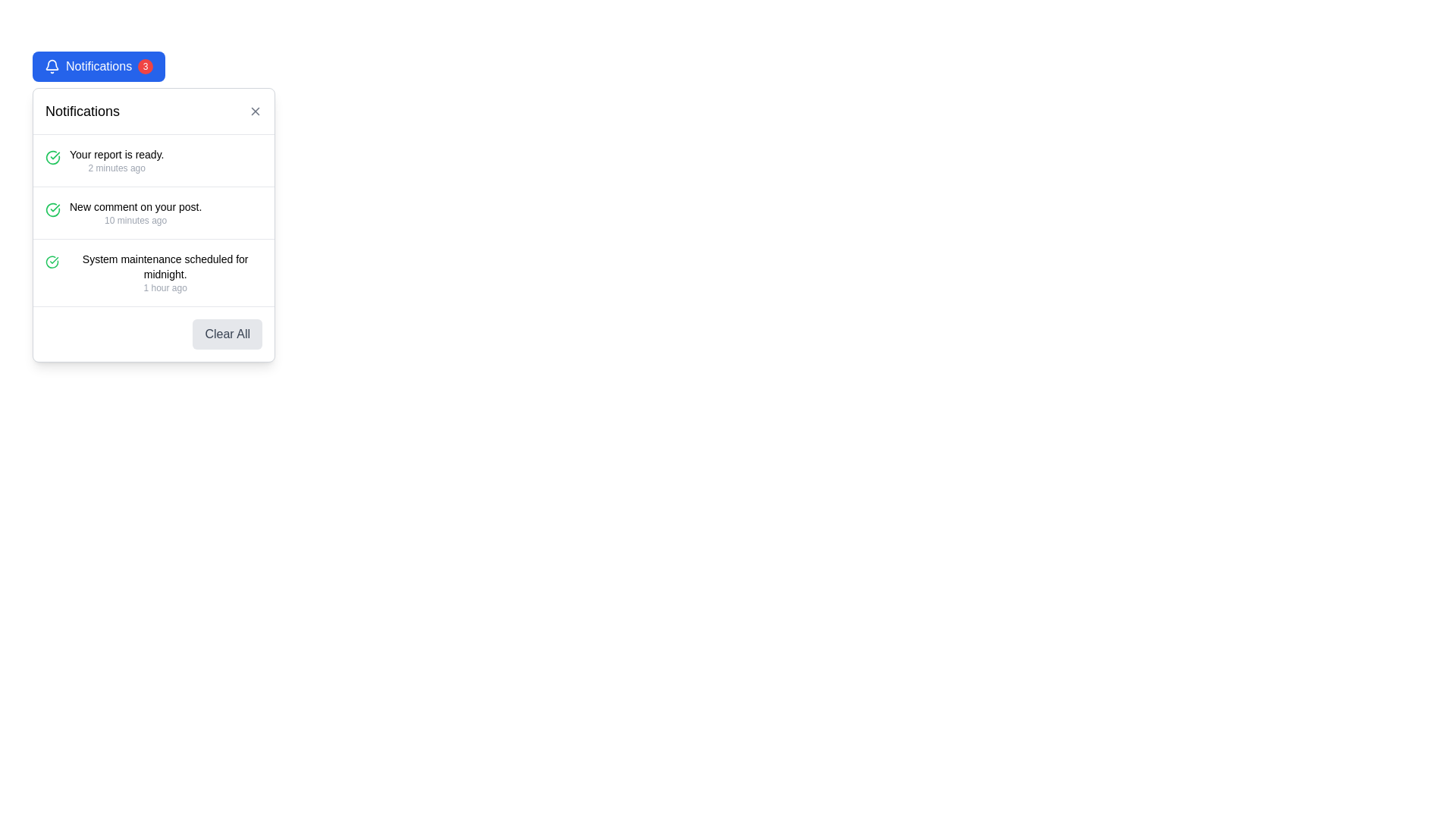  I want to click on text displayed in the third notification of the notification panel, located above the timestamp '1 hour ago' and below 'New comment on your post', so click(165, 265).